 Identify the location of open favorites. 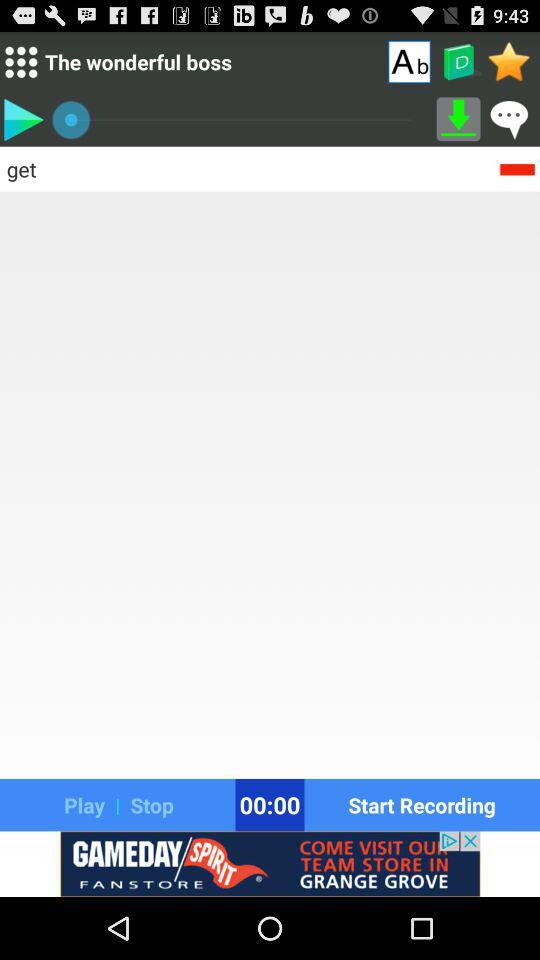
(509, 61).